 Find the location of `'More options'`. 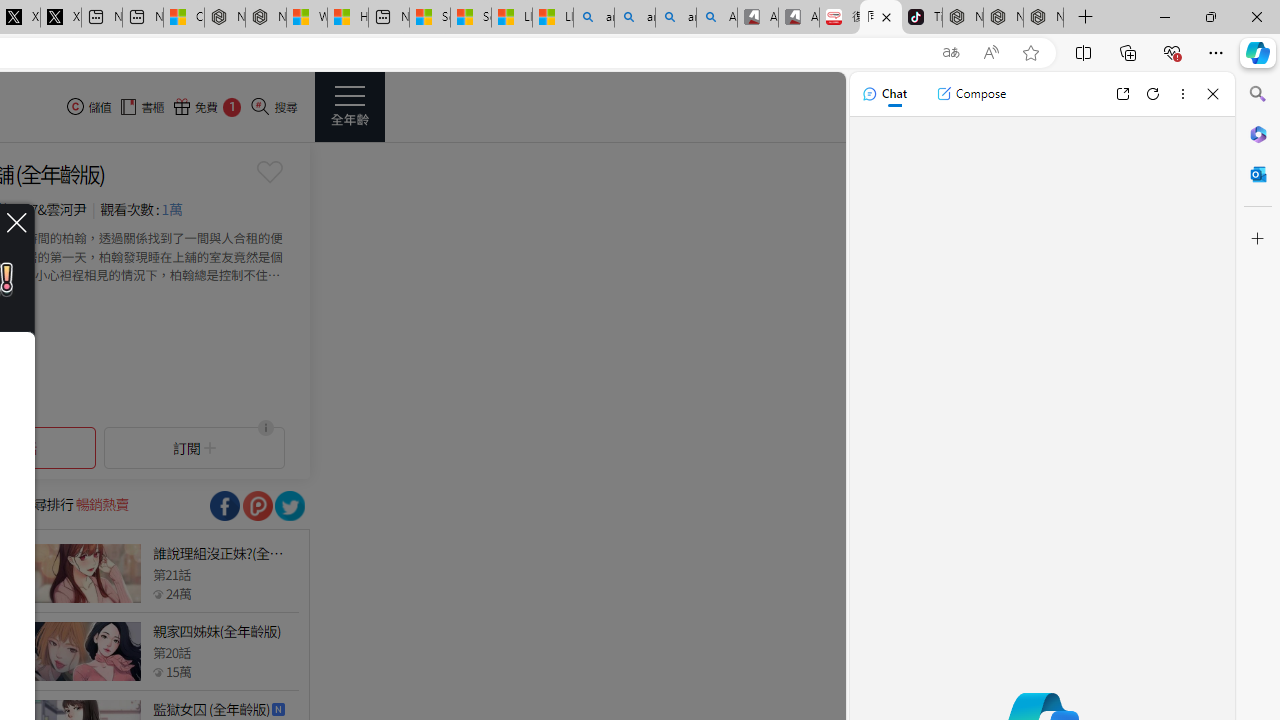

'More options' is located at coordinates (1182, 93).